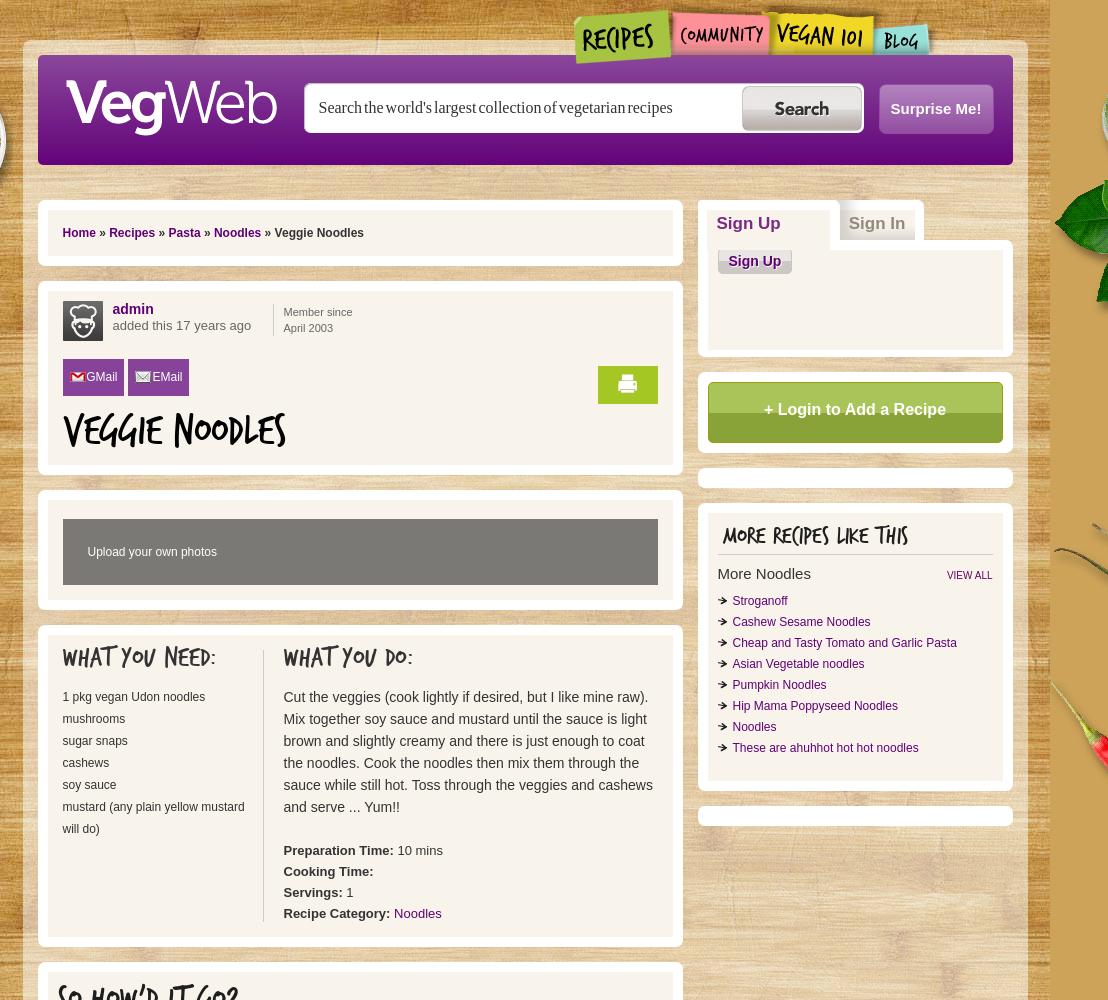  What do you see at coordinates (337, 913) in the screenshot?
I see `'Recipe Category:'` at bounding box center [337, 913].